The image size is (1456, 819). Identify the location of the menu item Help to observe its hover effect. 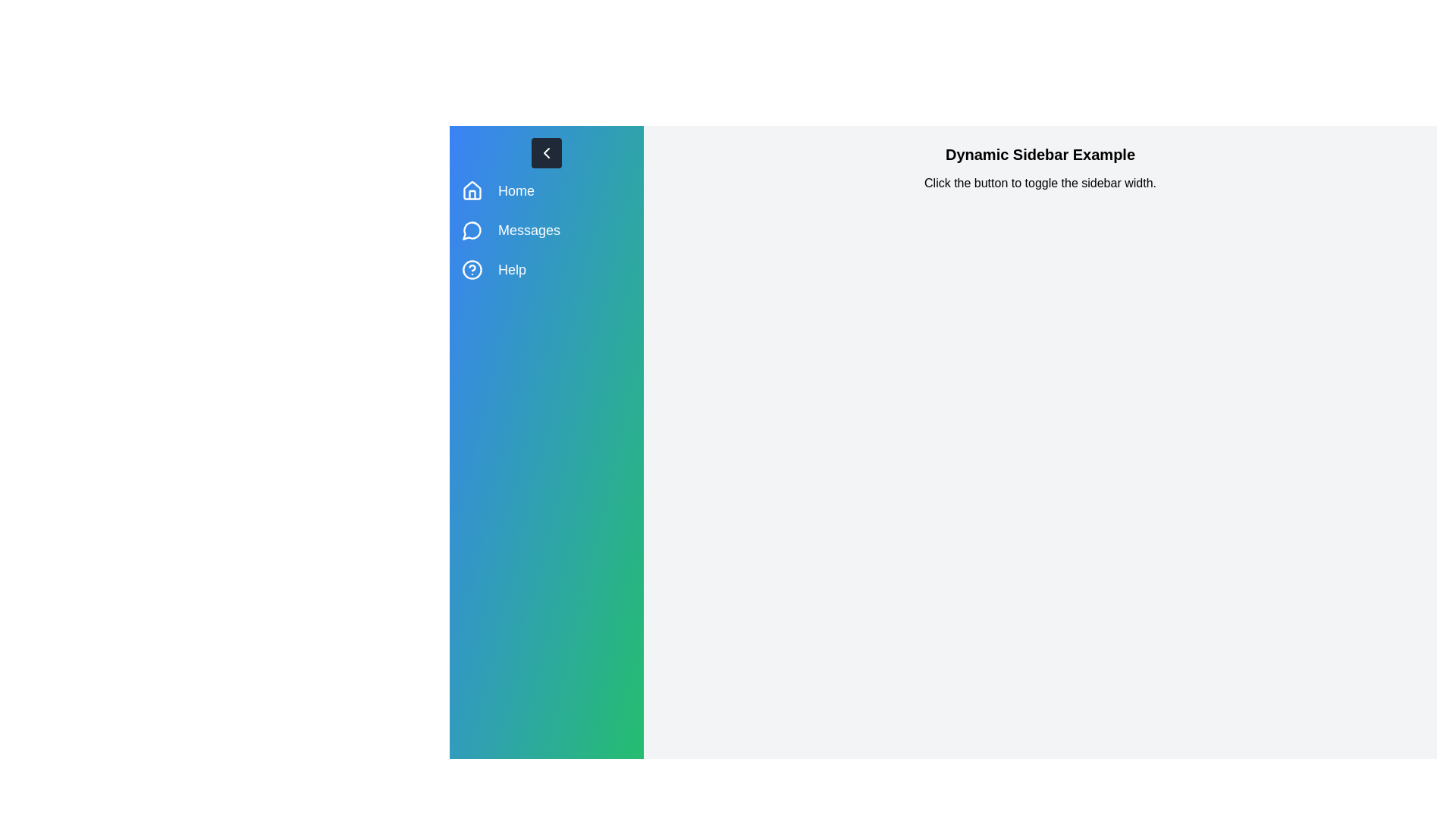
(546, 268).